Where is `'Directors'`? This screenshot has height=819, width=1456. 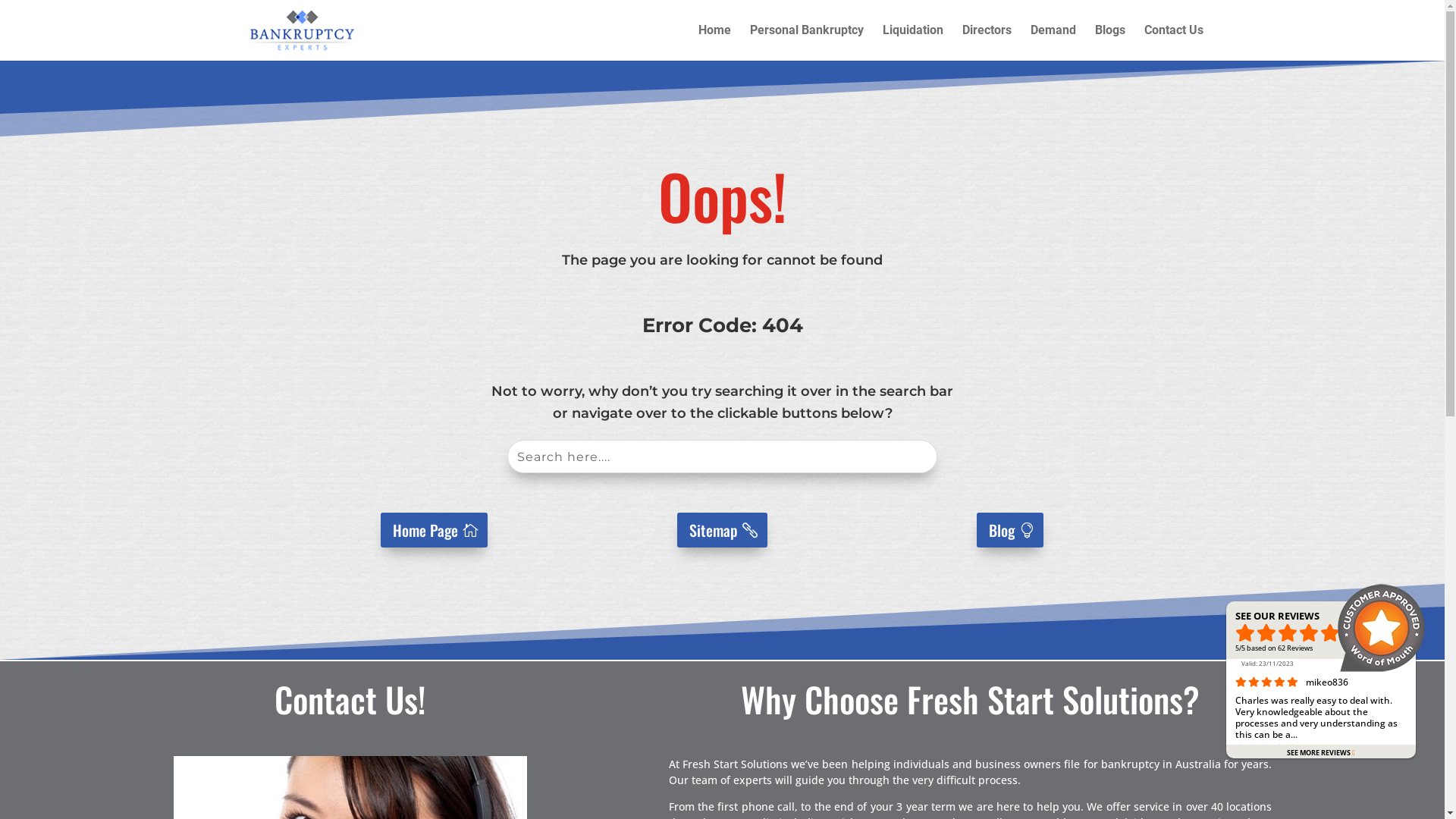 'Directors' is located at coordinates (987, 42).